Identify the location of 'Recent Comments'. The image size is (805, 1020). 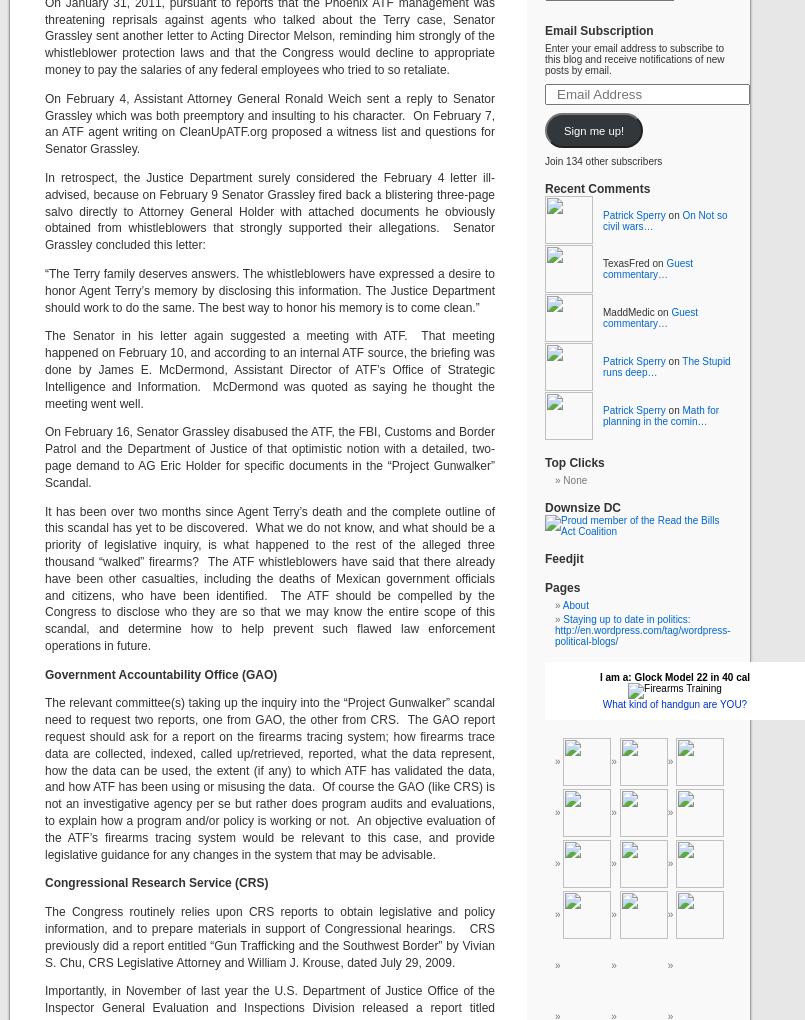
(597, 188).